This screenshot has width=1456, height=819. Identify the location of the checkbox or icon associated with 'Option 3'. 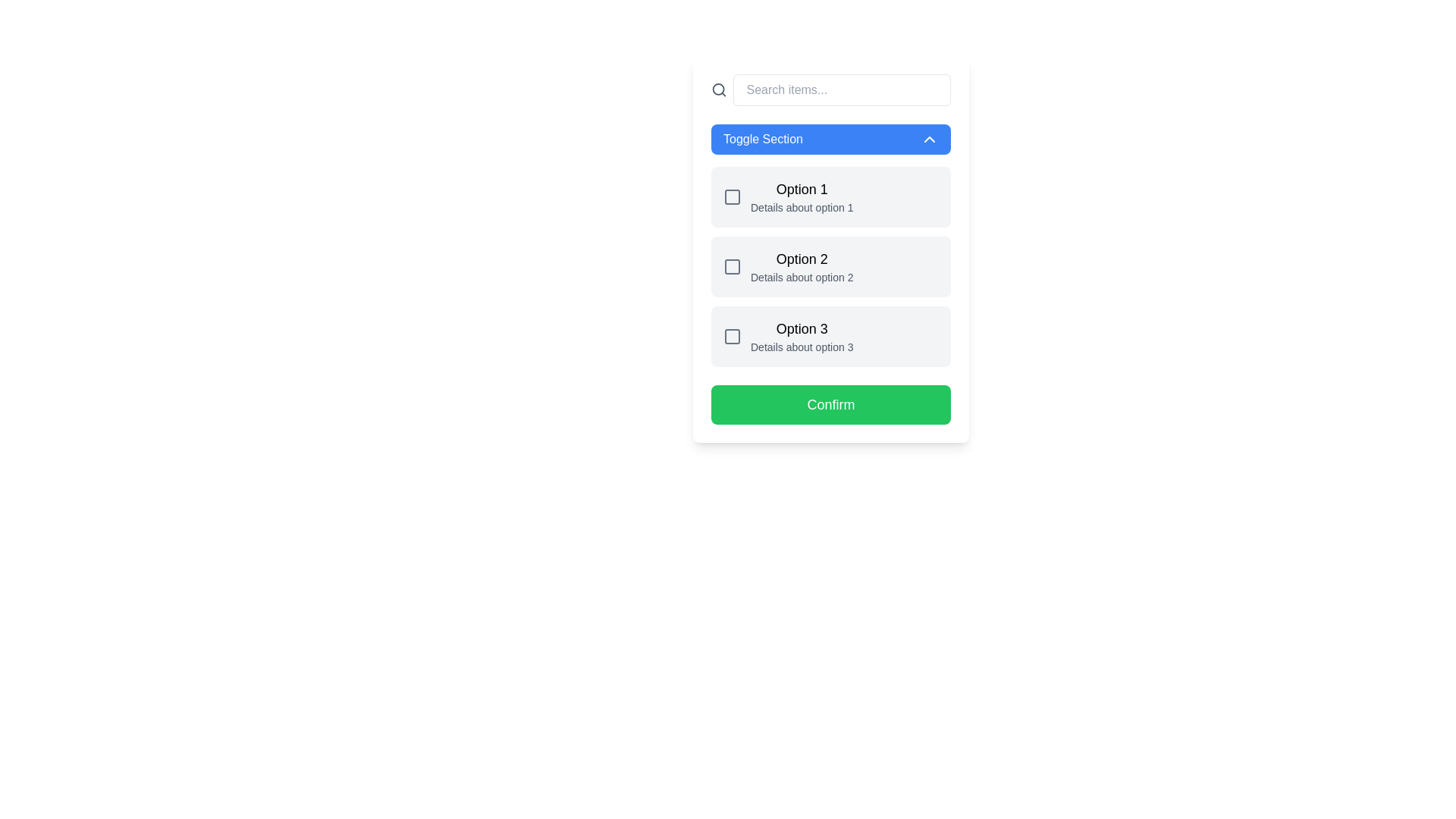
(732, 335).